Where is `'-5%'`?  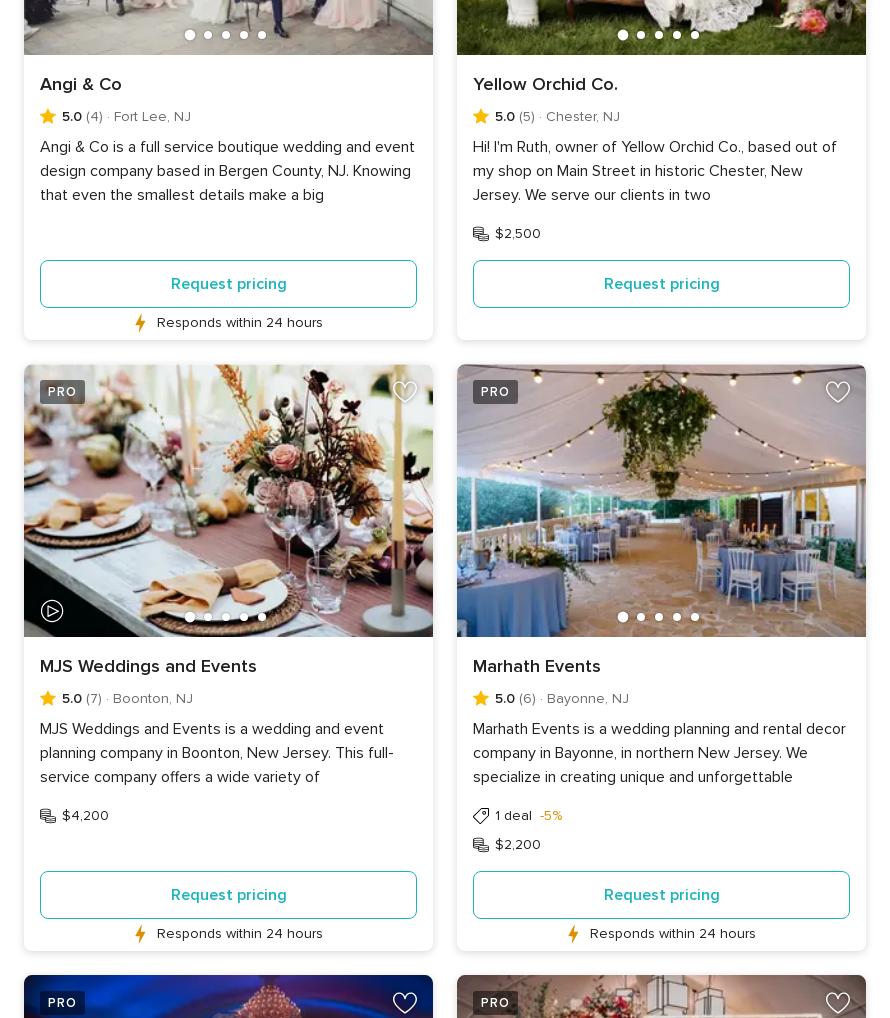
'-5%' is located at coordinates (537, 814).